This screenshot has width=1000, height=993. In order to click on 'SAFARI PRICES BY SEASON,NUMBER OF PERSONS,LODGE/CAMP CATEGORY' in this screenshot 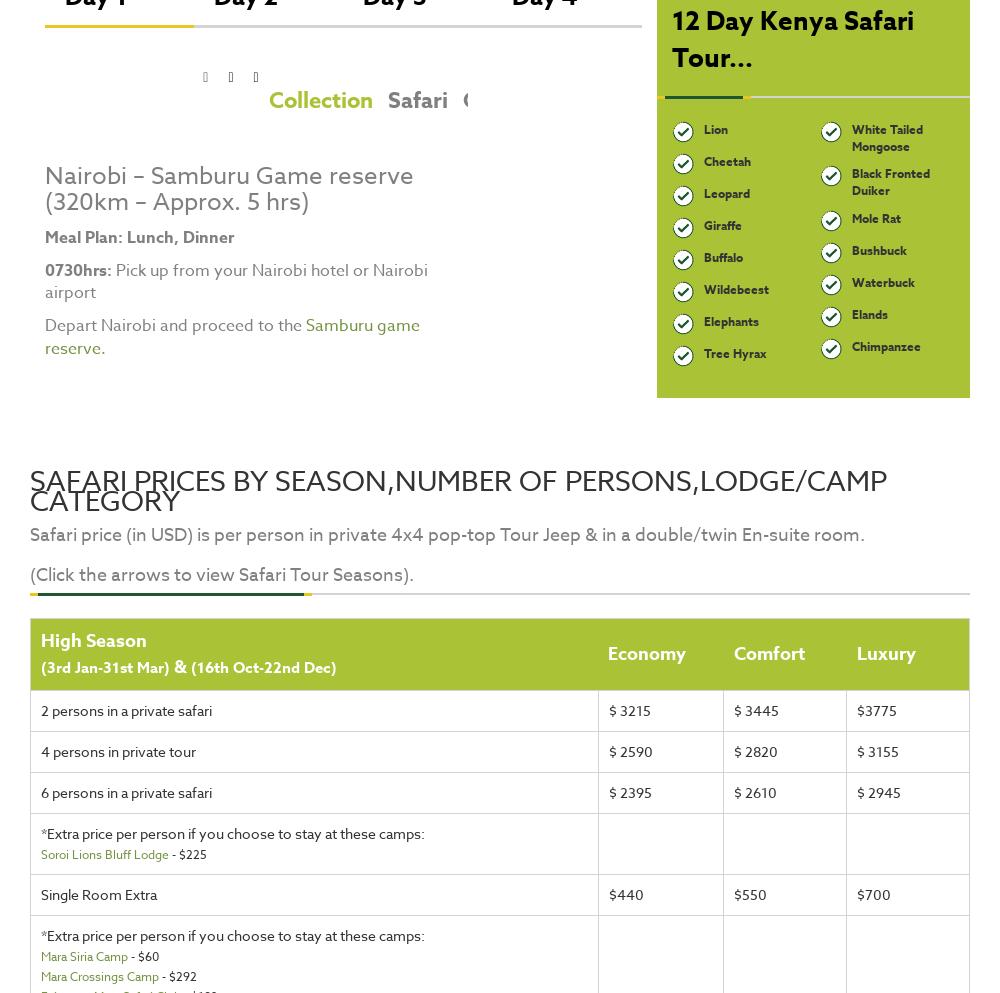, I will do `click(457, 490)`.